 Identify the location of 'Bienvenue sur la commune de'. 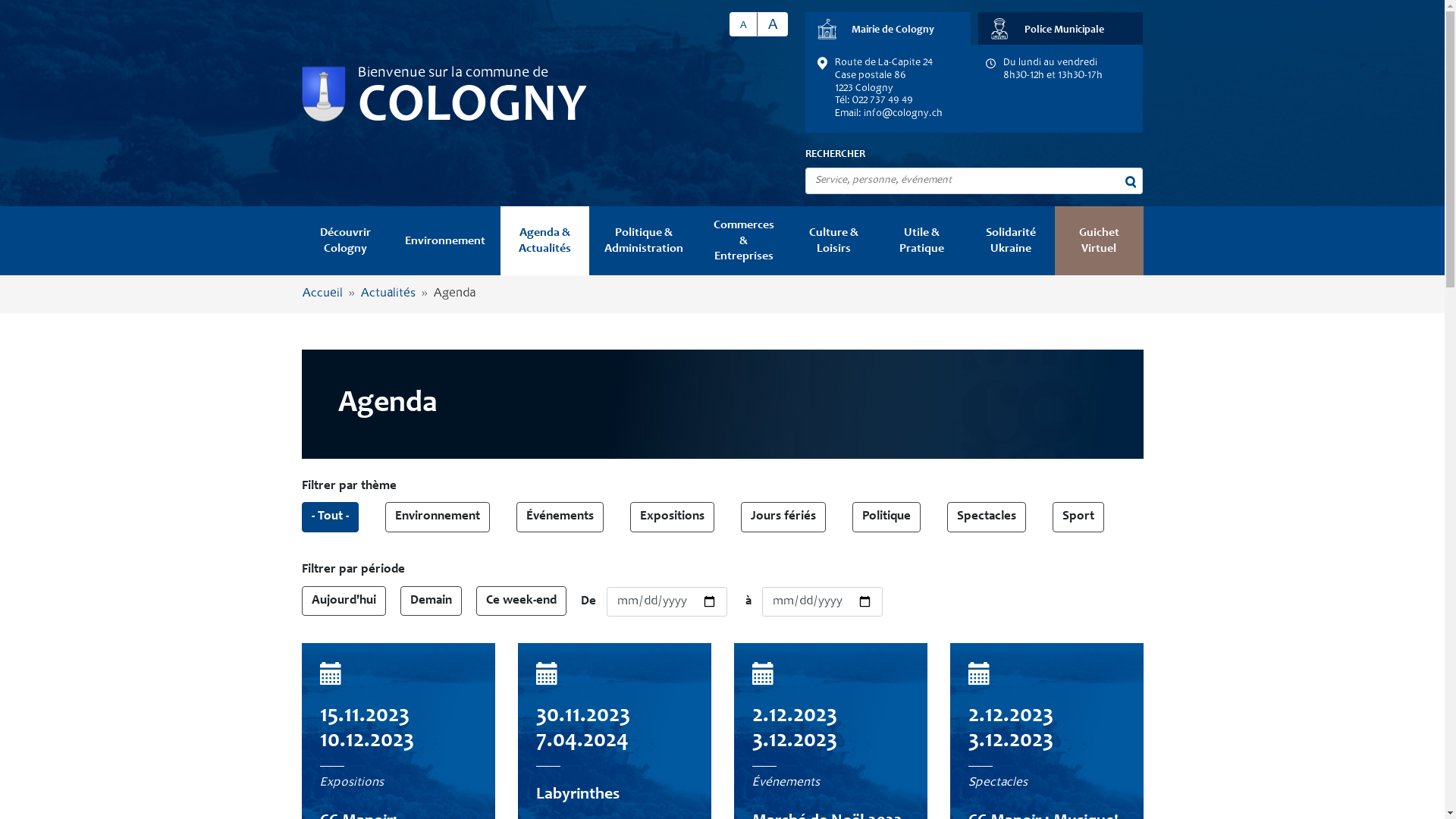
(356, 73).